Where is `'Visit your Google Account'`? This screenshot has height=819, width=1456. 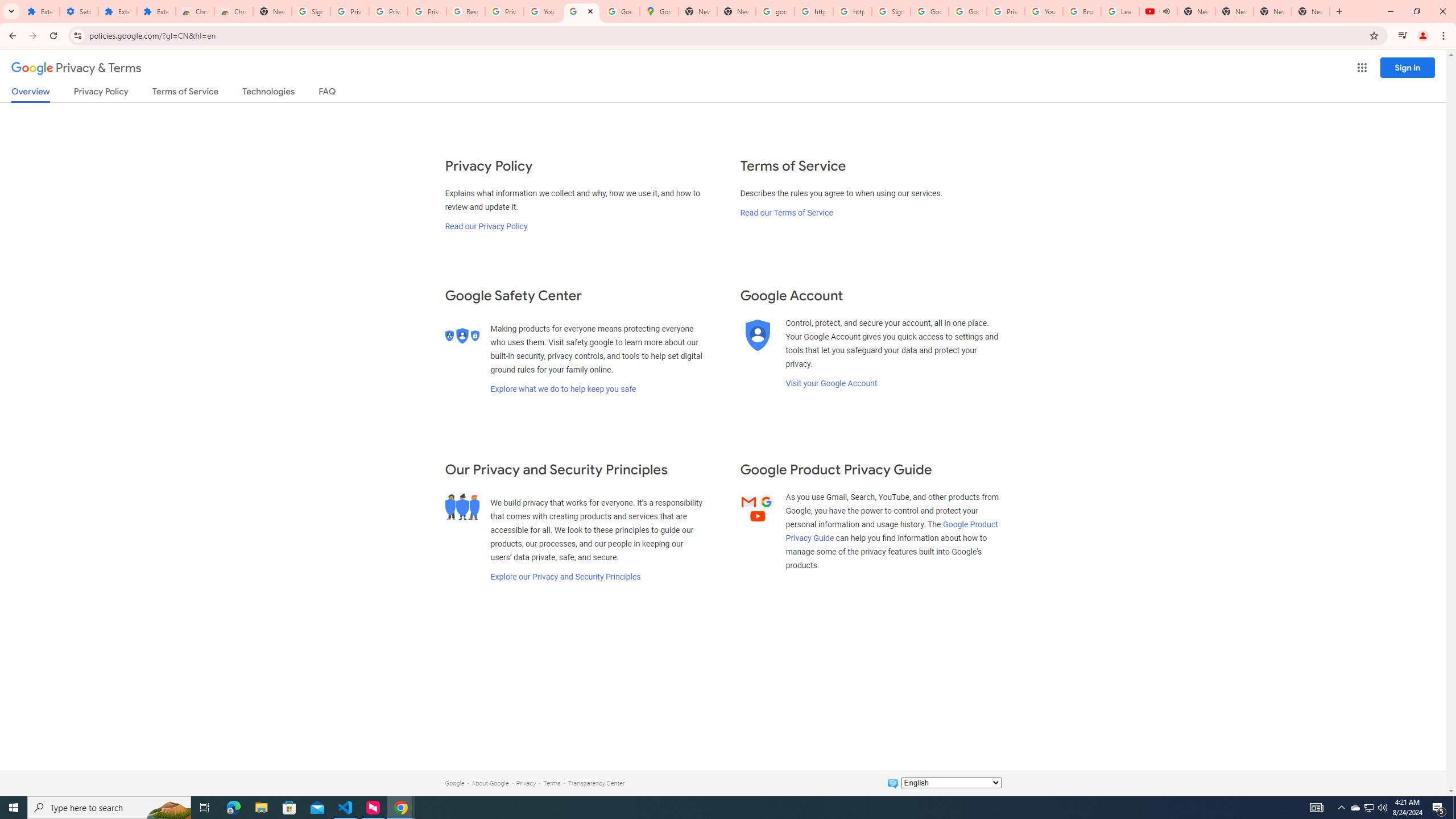 'Visit your Google Account' is located at coordinates (830, 383).